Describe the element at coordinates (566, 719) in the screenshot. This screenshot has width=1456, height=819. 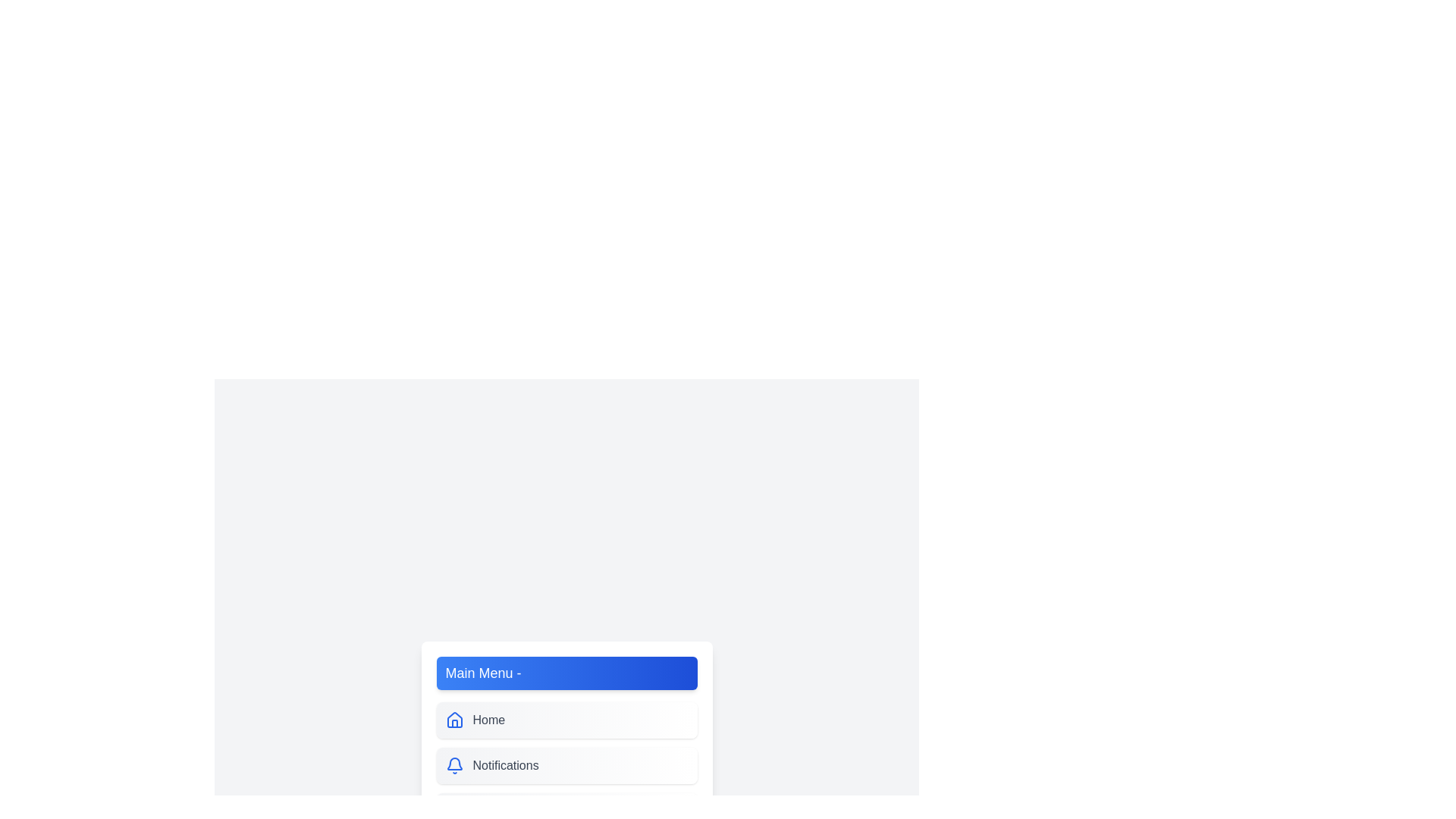
I see `the menu item Home` at that location.